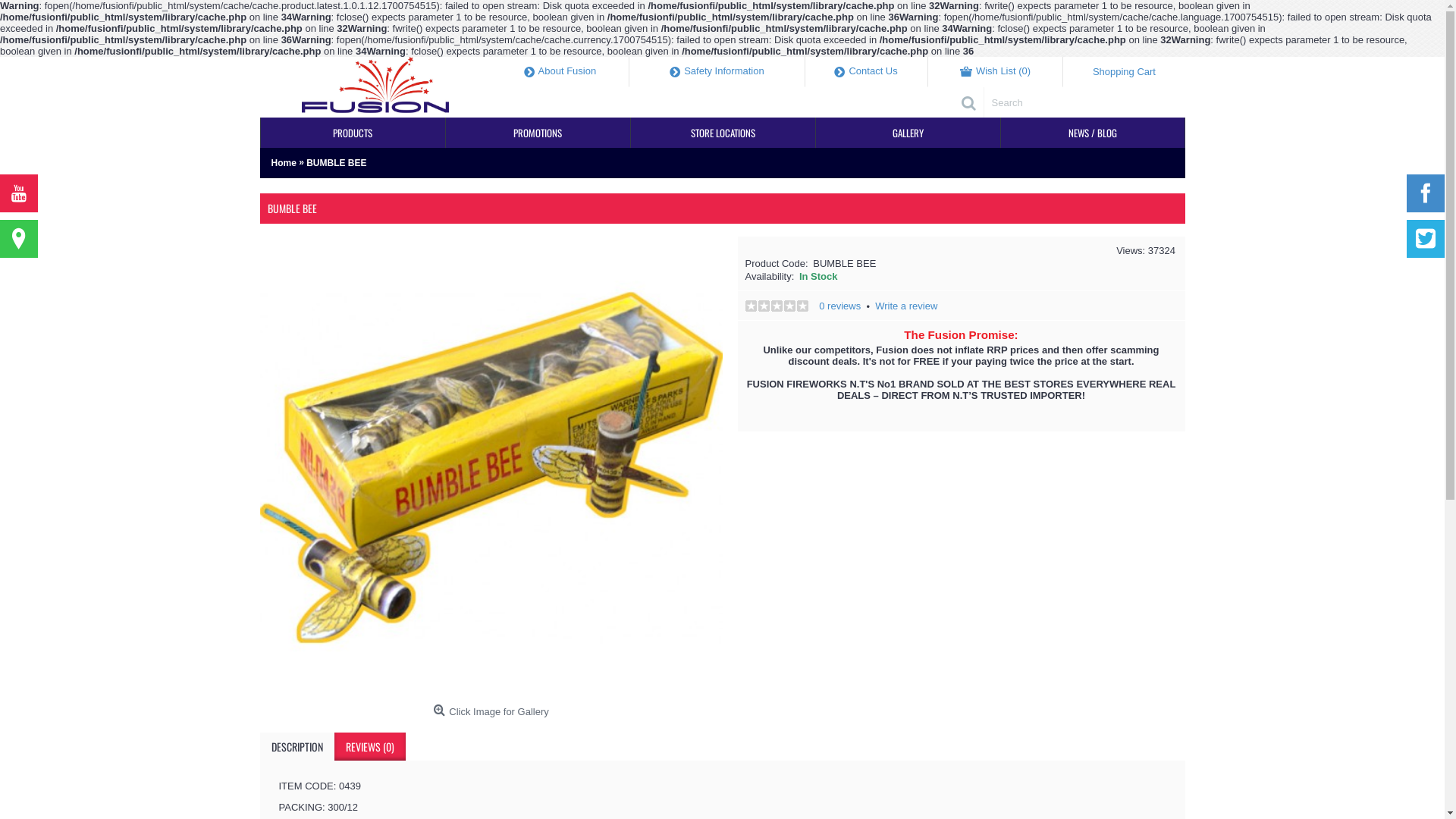 This screenshot has height=819, width=1456. Describe the element at coordinates (908, 131) in the screenshot. I see `'GALLERY'` at that location.